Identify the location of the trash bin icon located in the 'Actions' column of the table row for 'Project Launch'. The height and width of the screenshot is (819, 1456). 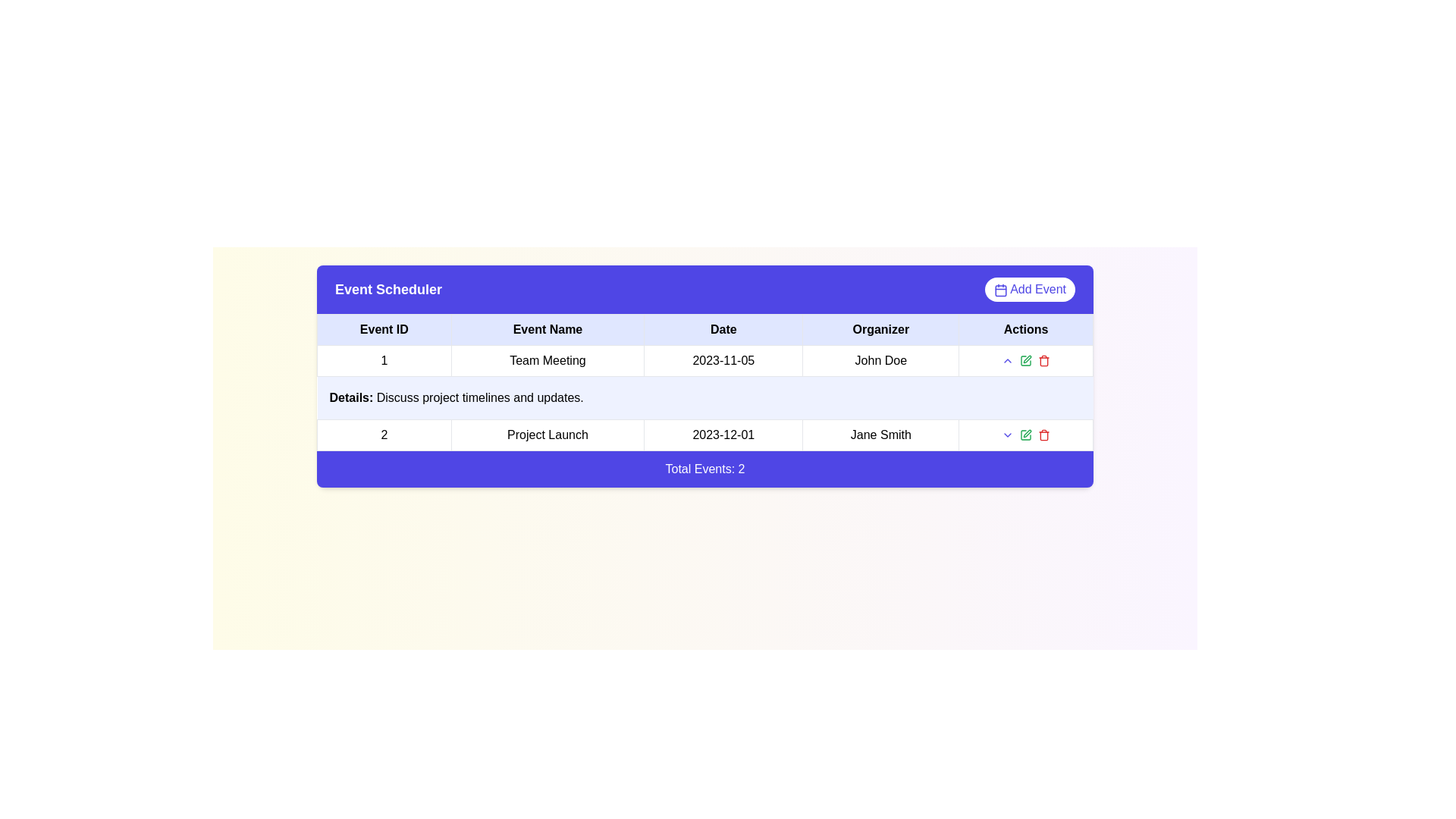
(1043, 436).